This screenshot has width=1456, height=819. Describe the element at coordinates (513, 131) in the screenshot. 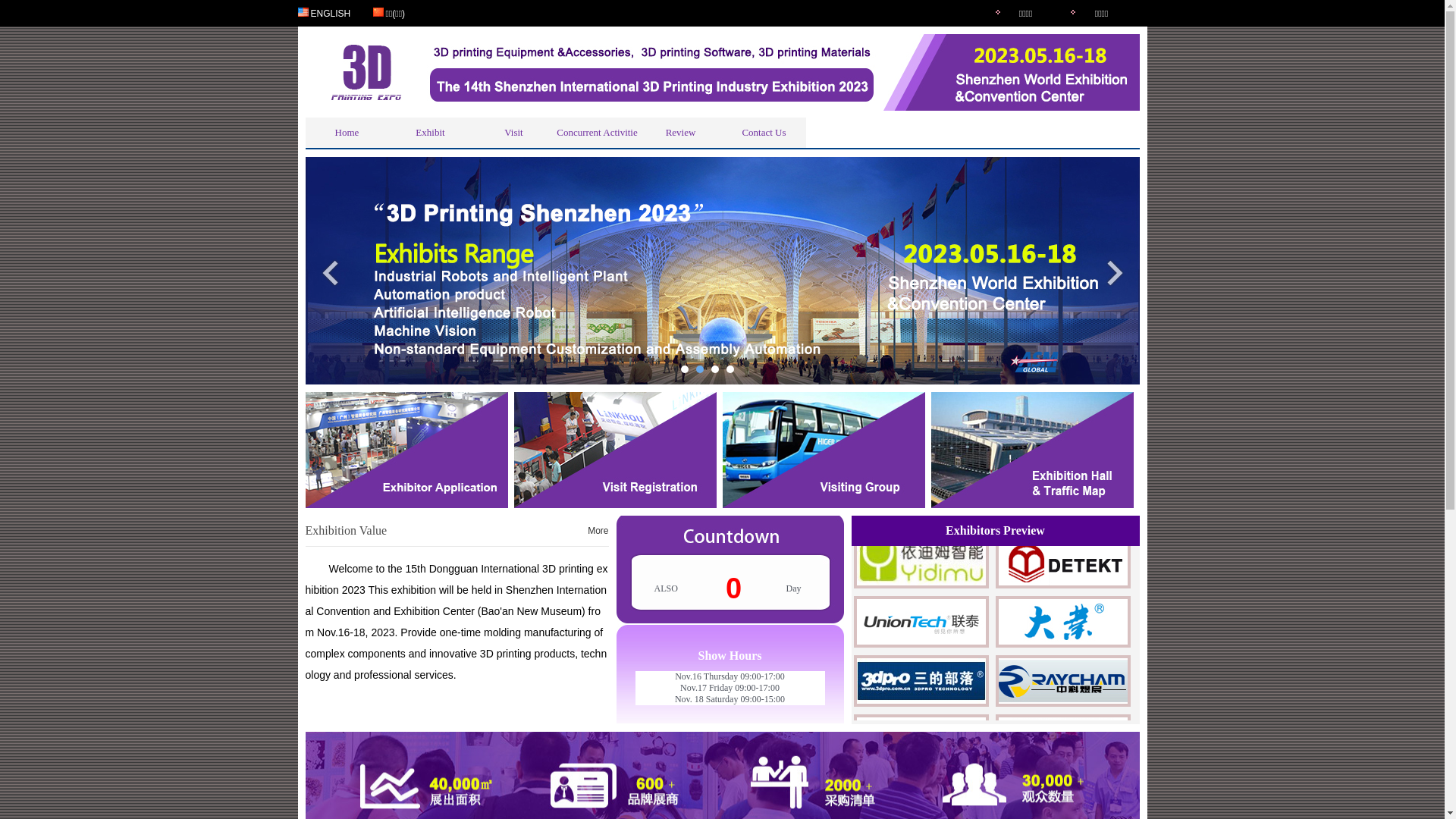

I see `'Visit'` at that location.